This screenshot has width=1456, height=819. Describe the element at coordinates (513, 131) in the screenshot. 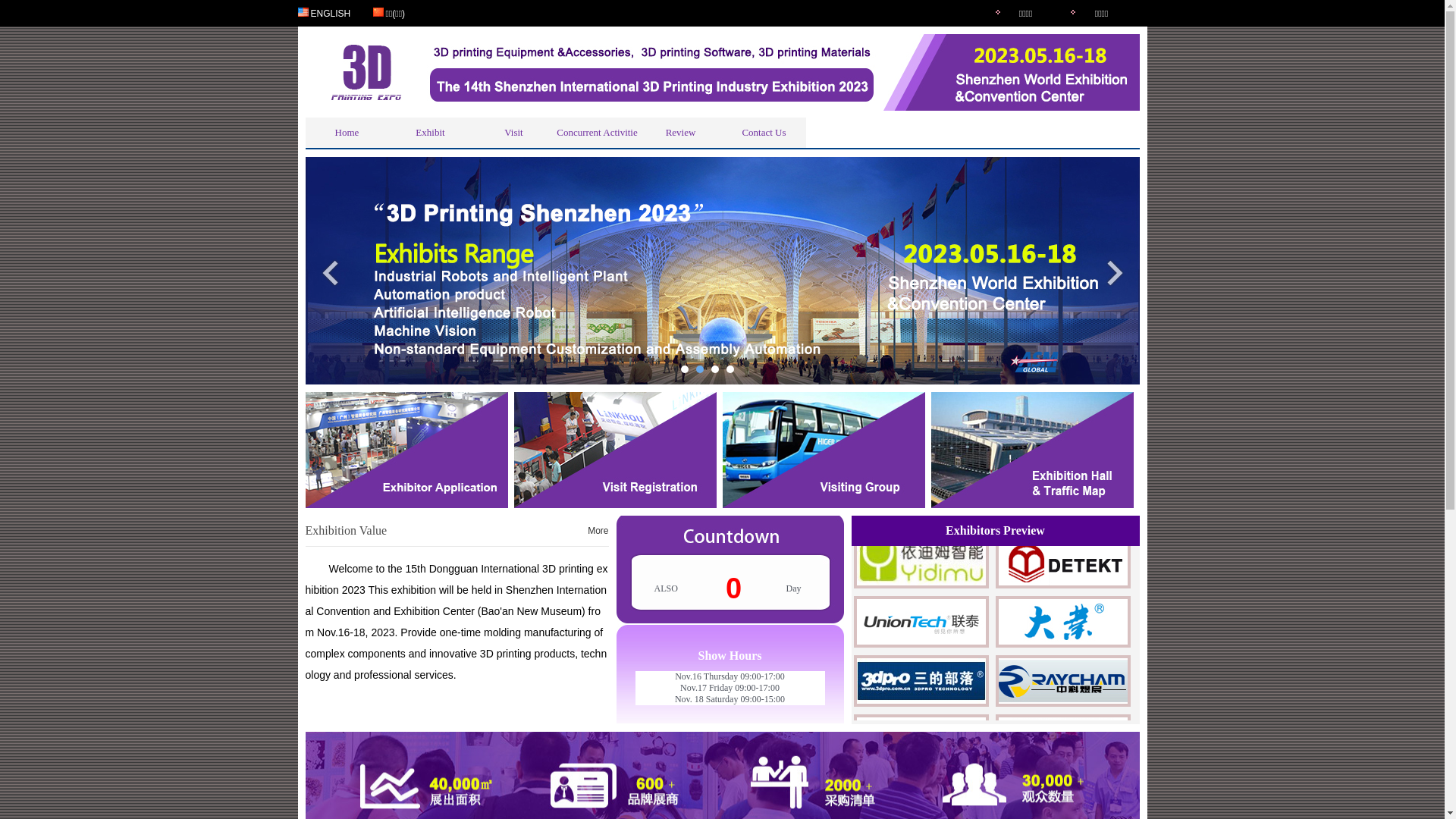

I see `'Visit'` at that location.